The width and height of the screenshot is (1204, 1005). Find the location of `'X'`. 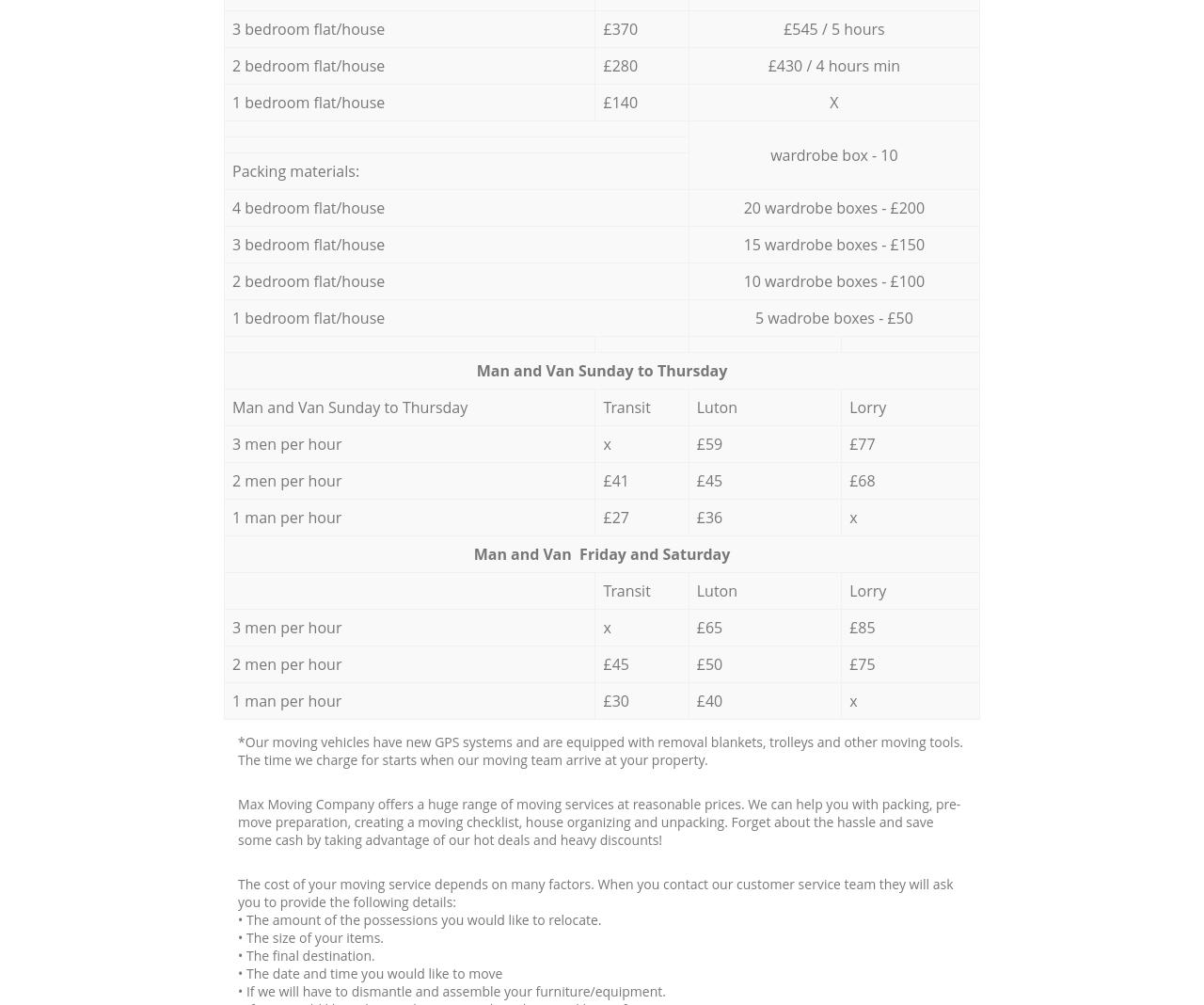

'X' is located at coordinates (832, 100).